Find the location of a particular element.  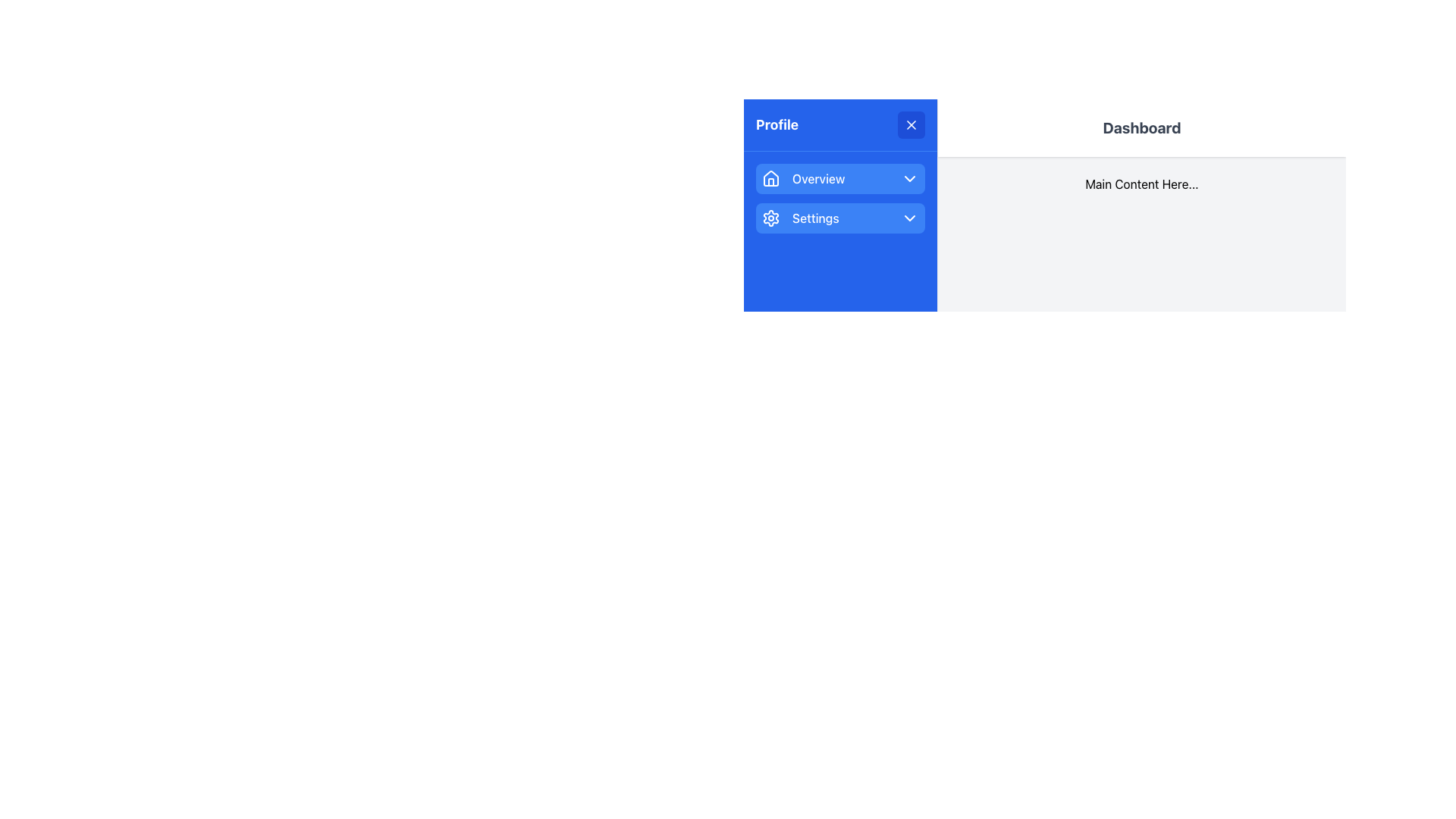

the settings icon, which is a cogwheel shape on a blue background, located to the left of the 'Settings' text in the sidebar is located at coordinates (771, 218).